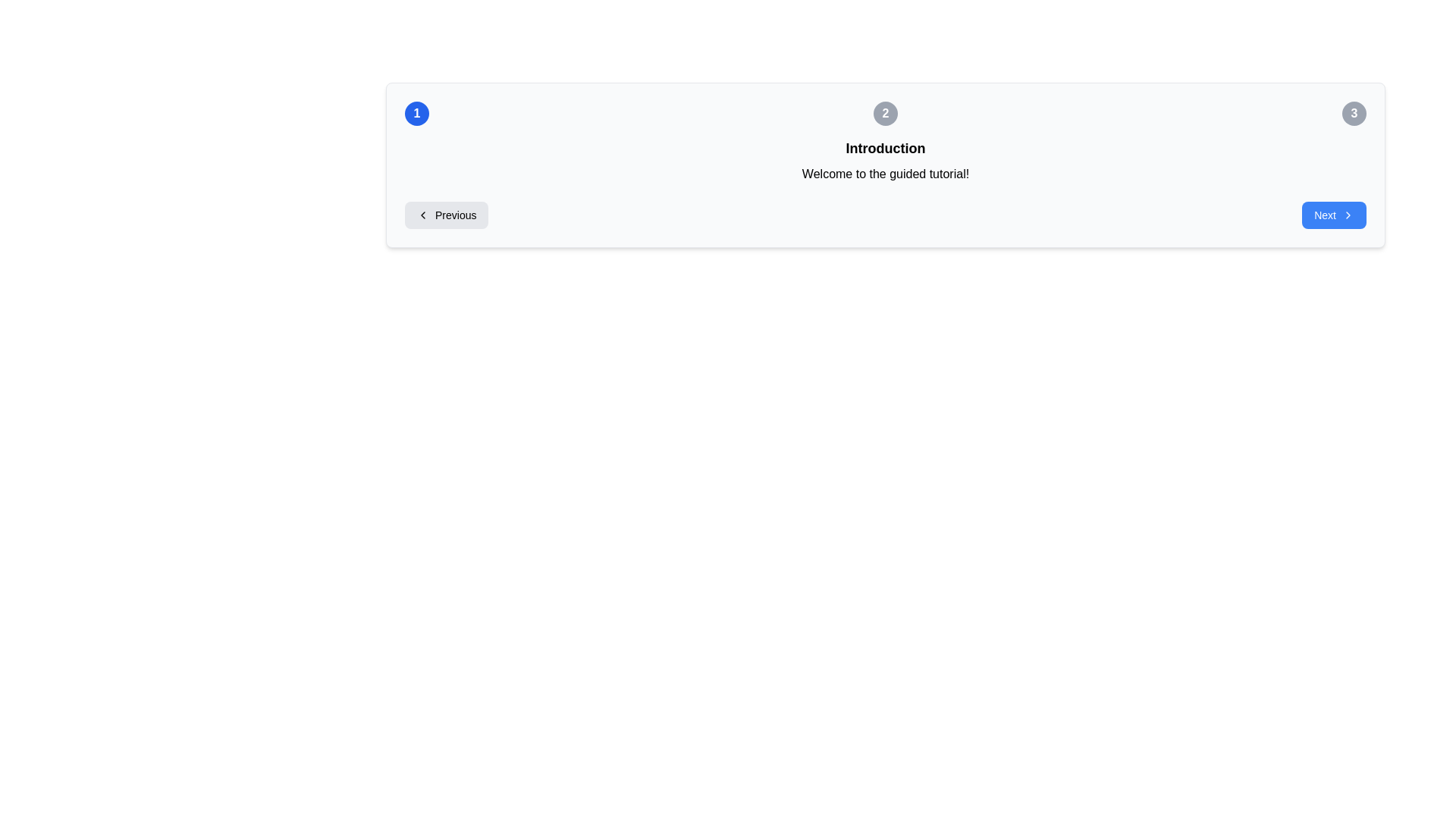  Describe the element at coordinates (1354, 113) in the screenshot. I see `the circular button labeled '3' with a gray background and white bold text` at that location.